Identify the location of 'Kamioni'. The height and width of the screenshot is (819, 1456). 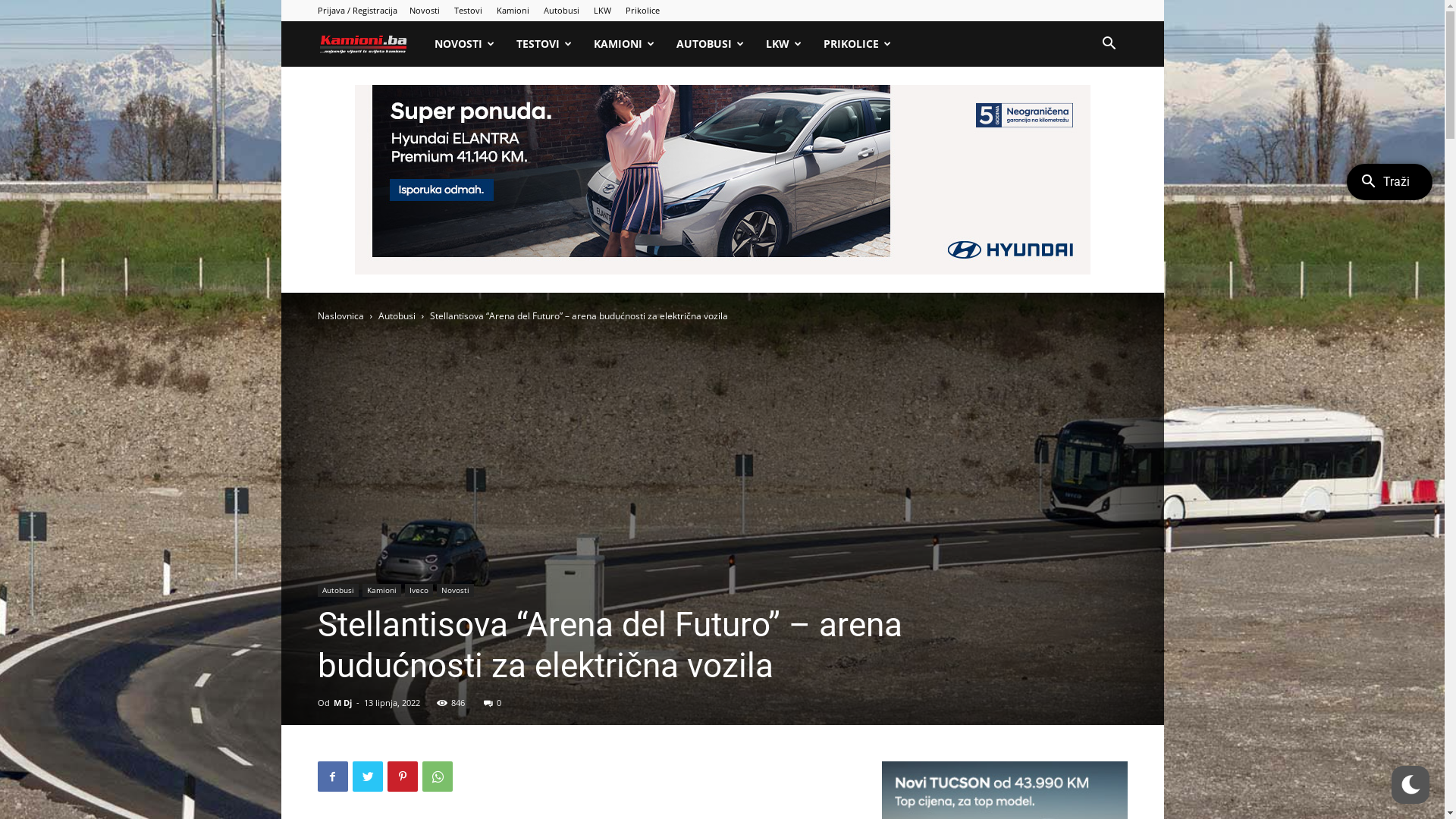
(381, 589).